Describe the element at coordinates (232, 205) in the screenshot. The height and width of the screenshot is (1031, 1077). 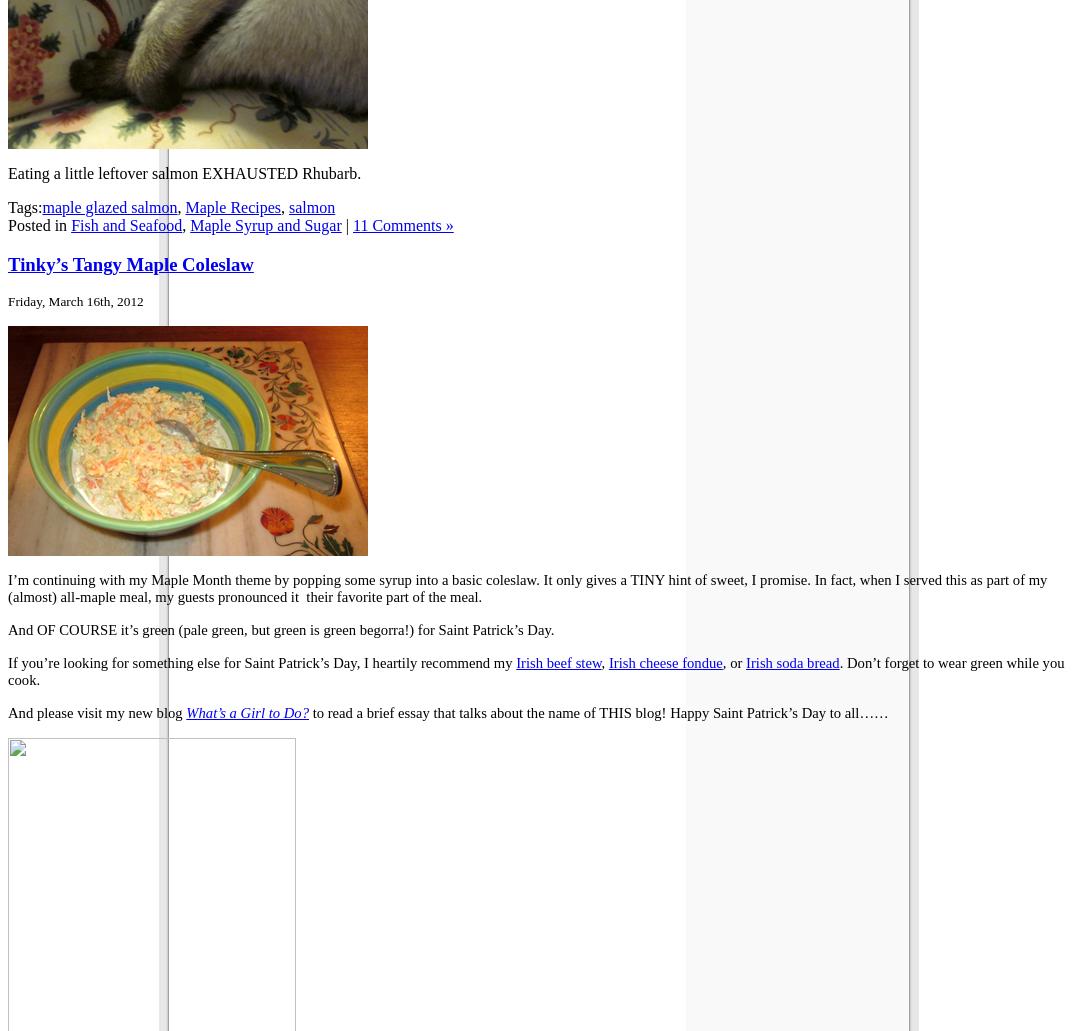
I see `'Maple Recipes'` at that location.